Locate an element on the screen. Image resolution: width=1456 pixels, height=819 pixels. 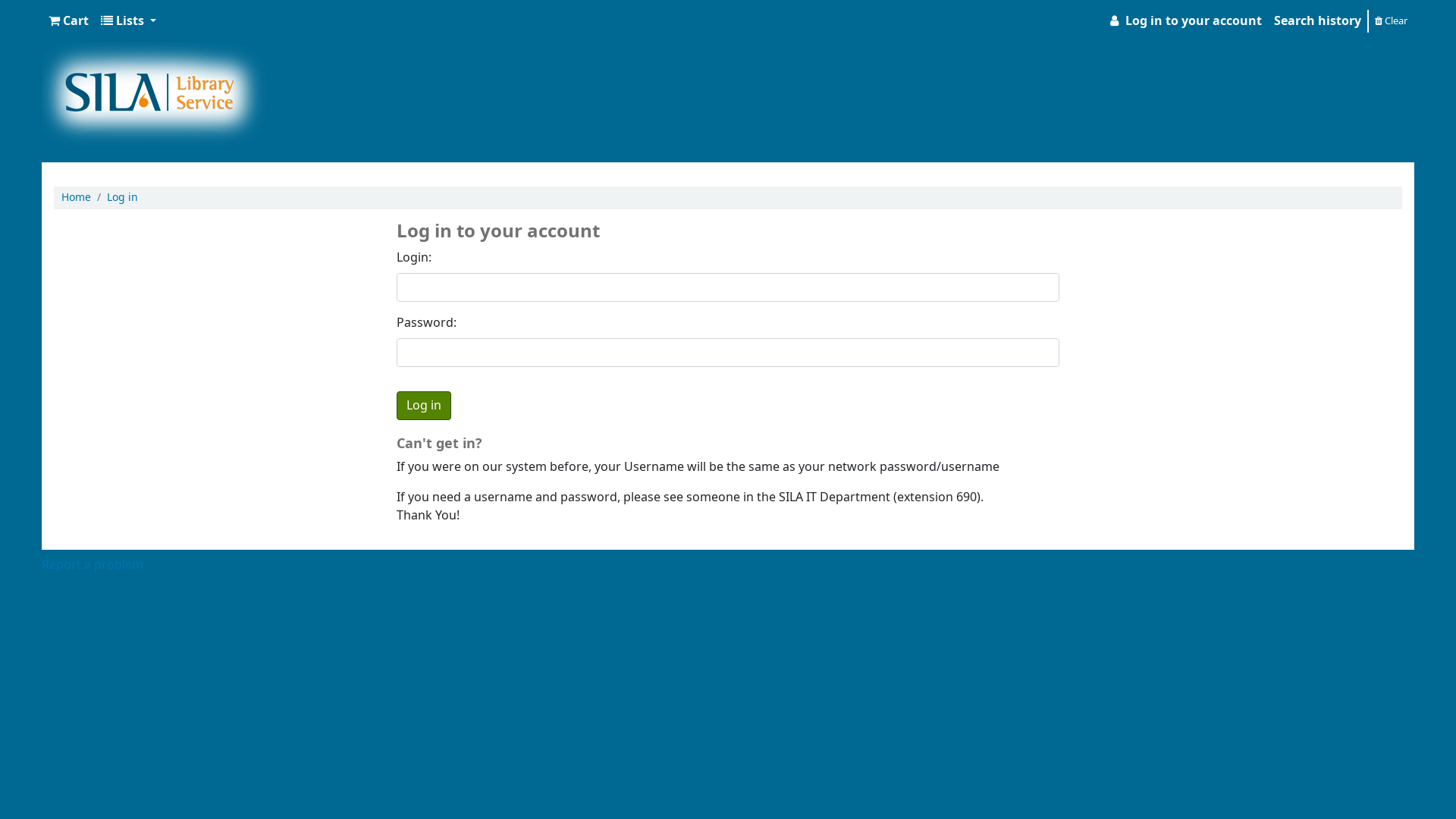
'Lists' is located at coordinates (128, 20).